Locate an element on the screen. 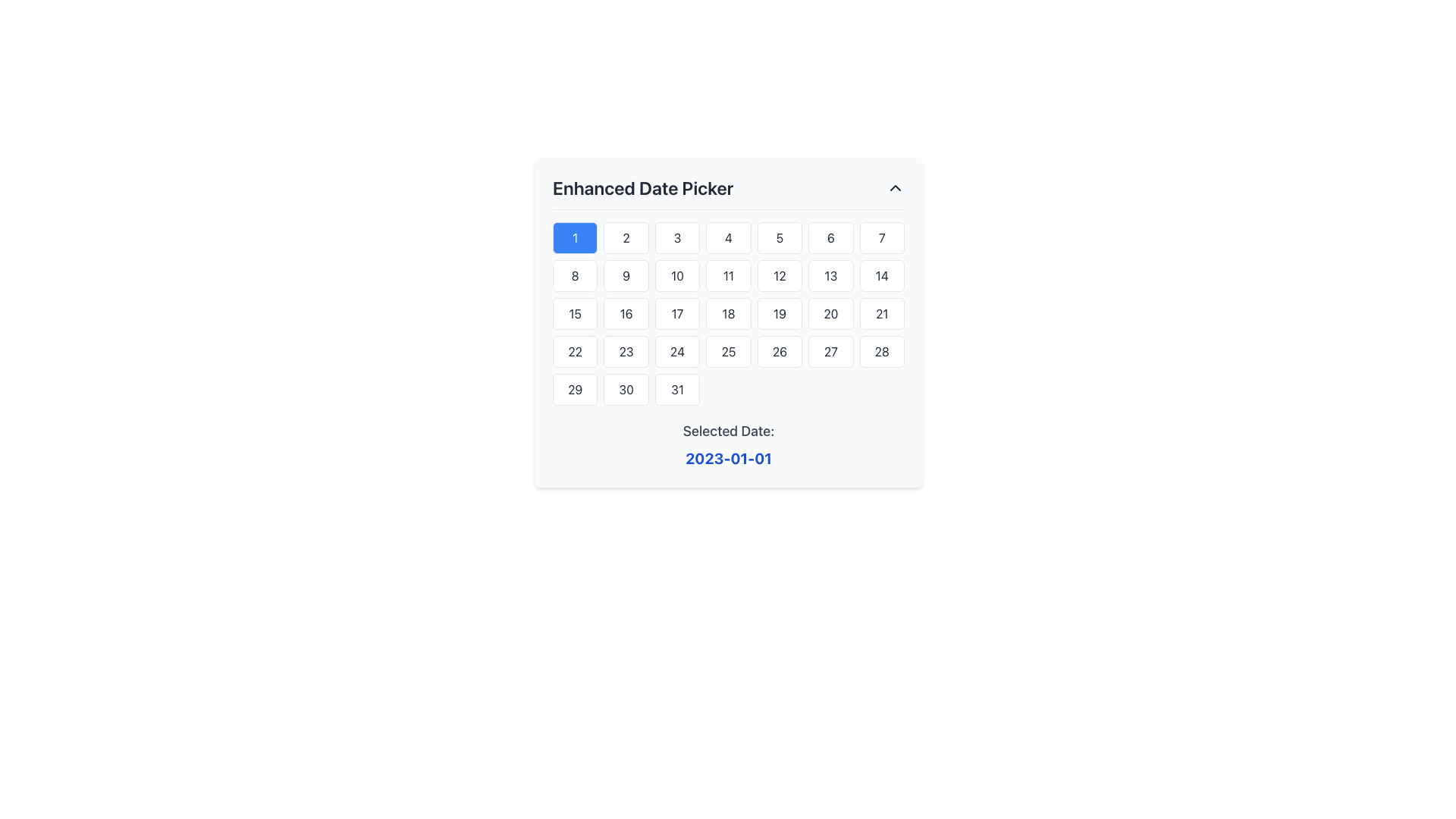  the button representing the 31st day of the month in the date picker is located at coordinates (676, 388).